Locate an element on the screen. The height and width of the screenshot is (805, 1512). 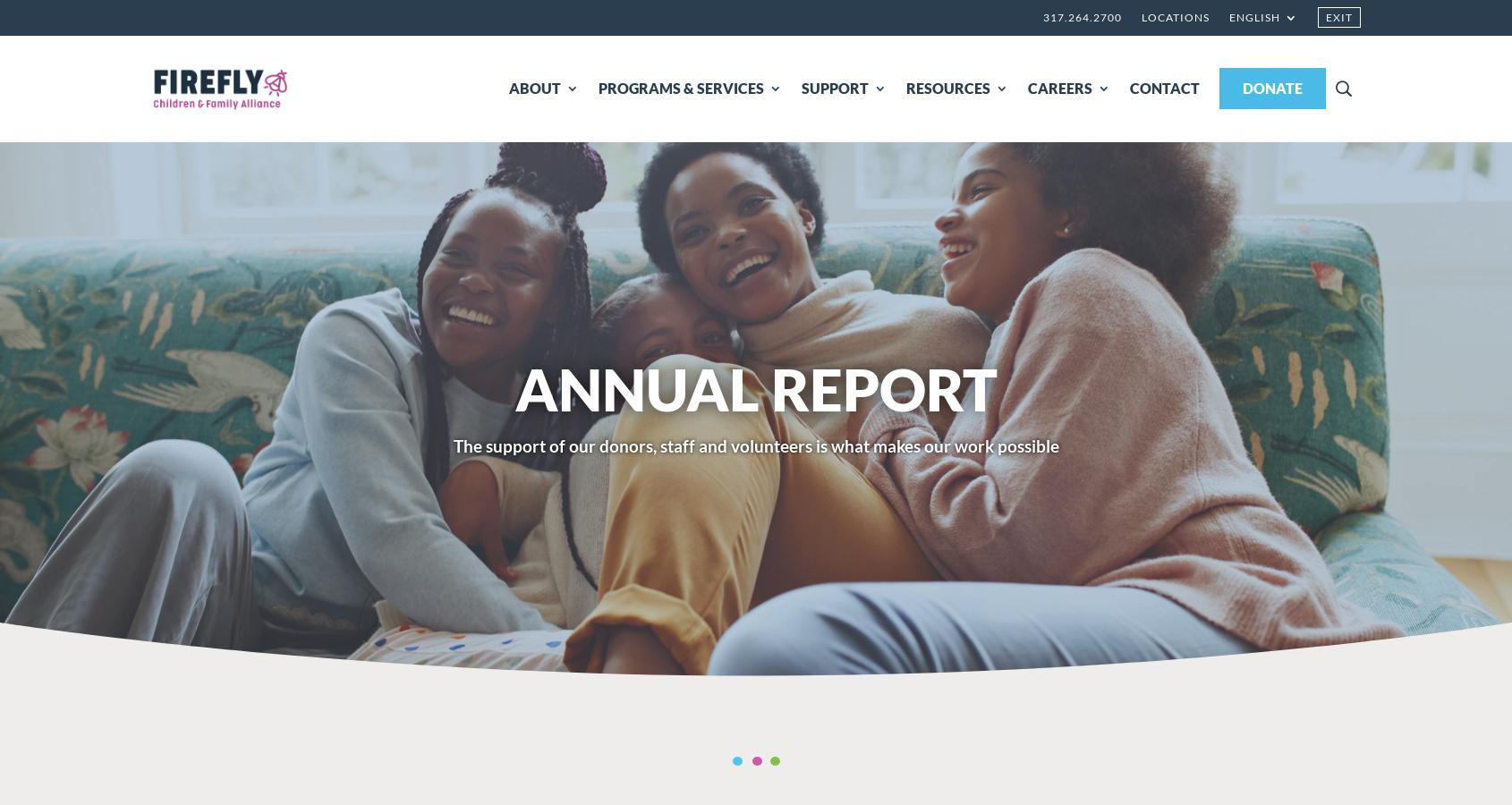
'Anger Management' is located at coordinates (1208, 352).